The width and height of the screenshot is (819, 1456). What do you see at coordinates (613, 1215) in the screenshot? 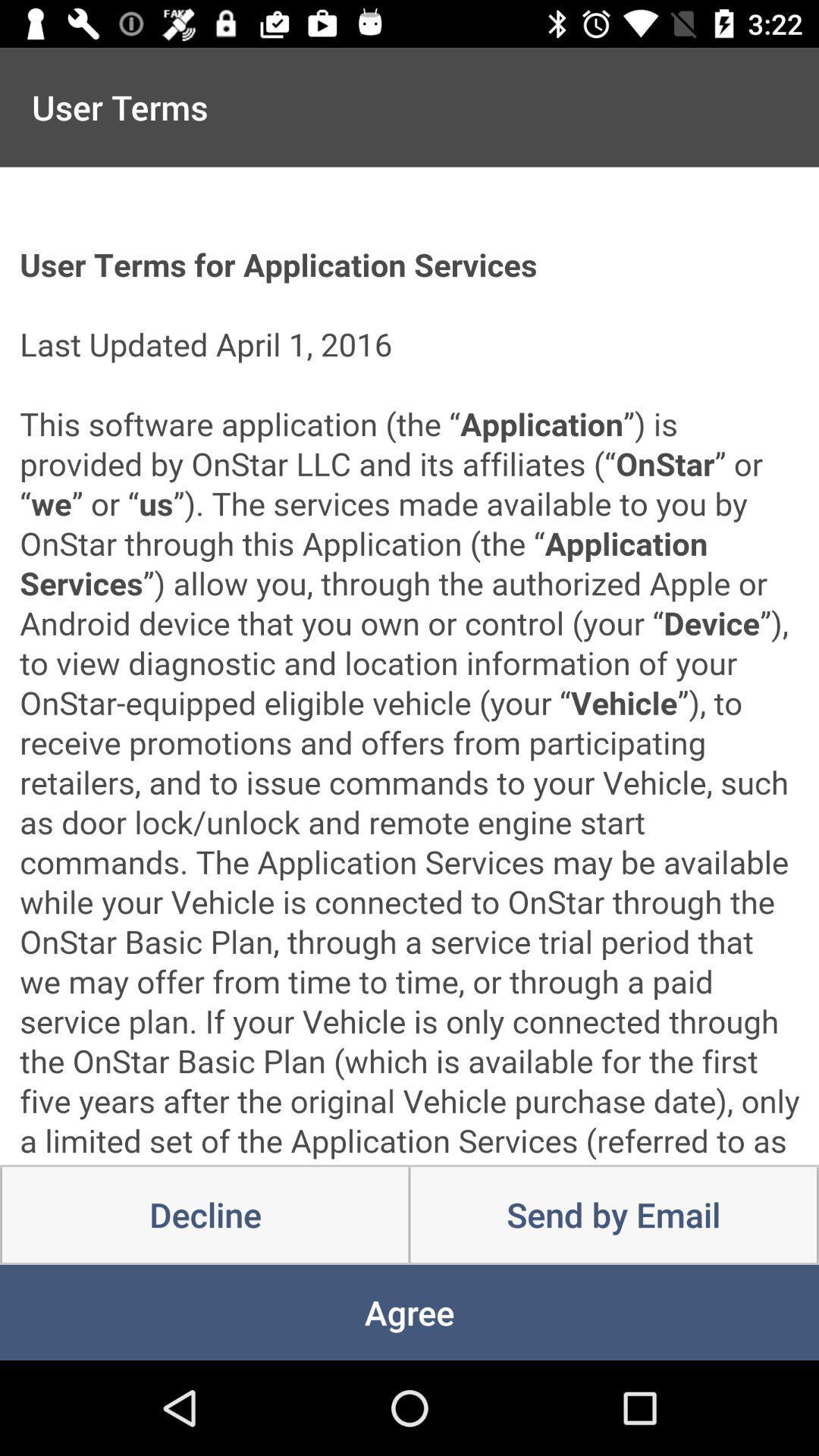
I see `item to the right of the decline` at bounding box center [613, 1215].